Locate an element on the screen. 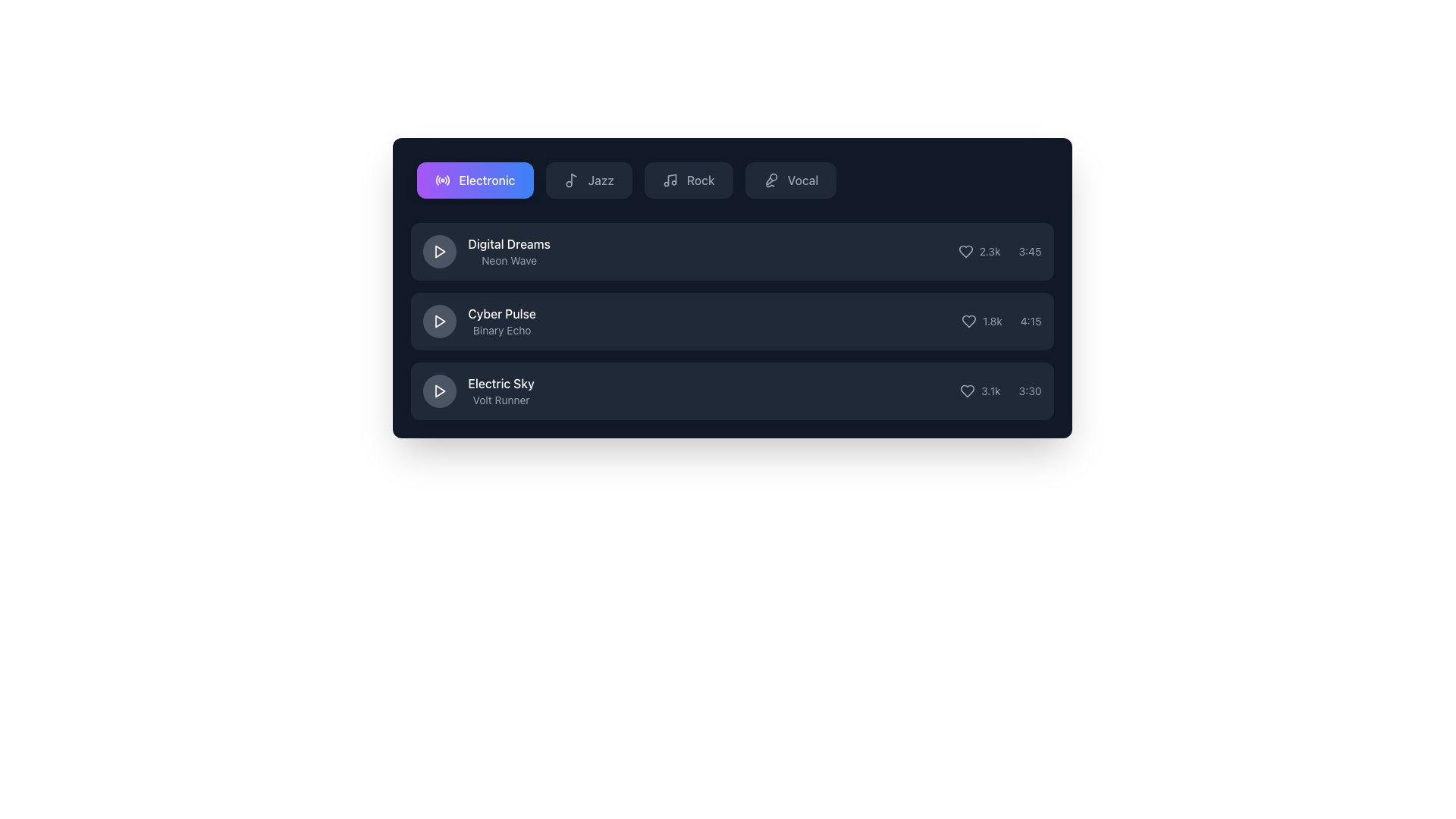 The height and width of the screenshot is (819, 1456). the text label displaying 'Neon Wave', which is styled in a smaller font size and light gray color, located directly beneath the bold title 'Digital Dreams' is located at coordinates (509, 259).